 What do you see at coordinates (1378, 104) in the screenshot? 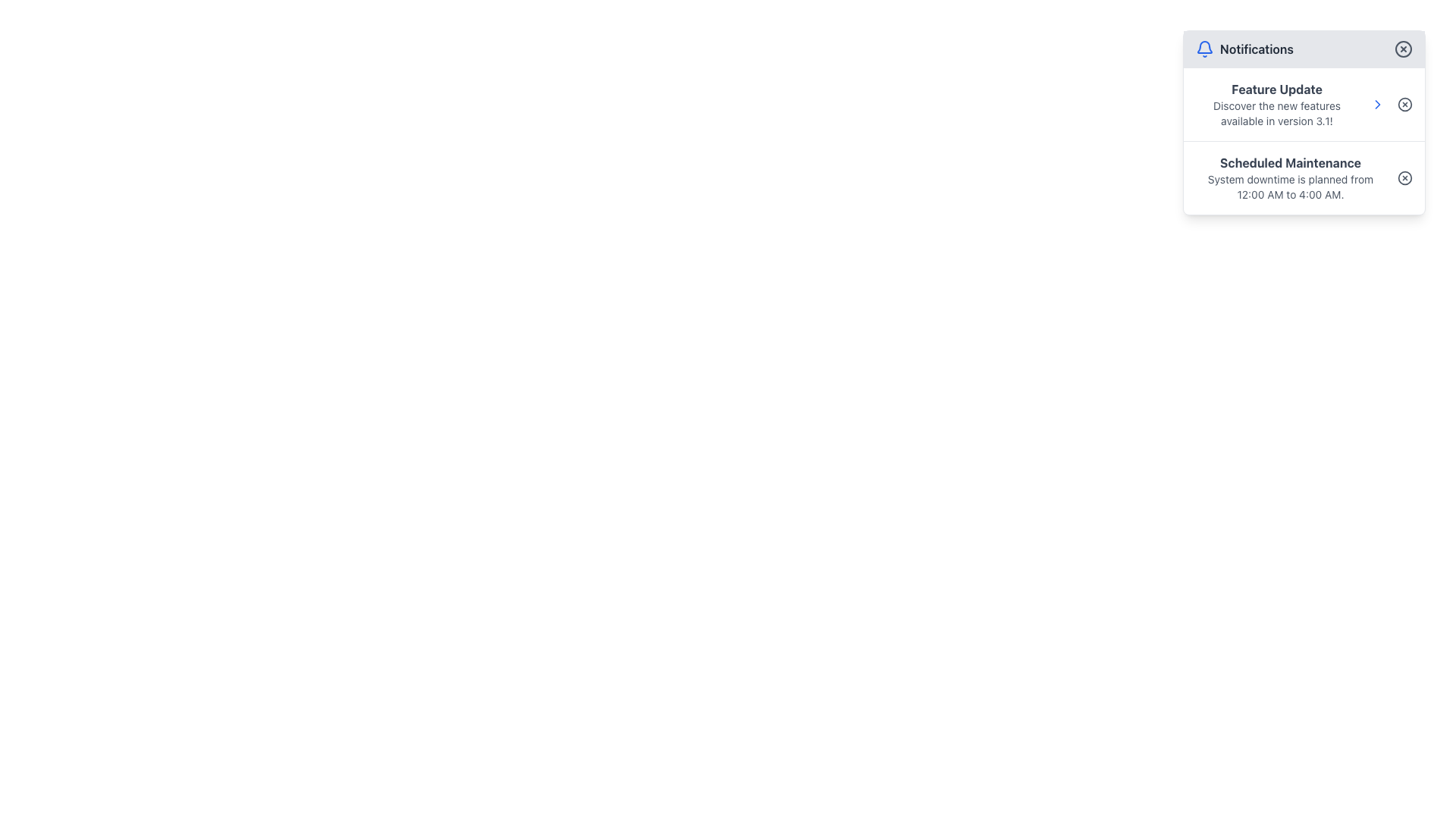
I see `the right-pointing chevron icon in the notification panel next to the 'Feature Update' text` at bounding box center [1378, 104].